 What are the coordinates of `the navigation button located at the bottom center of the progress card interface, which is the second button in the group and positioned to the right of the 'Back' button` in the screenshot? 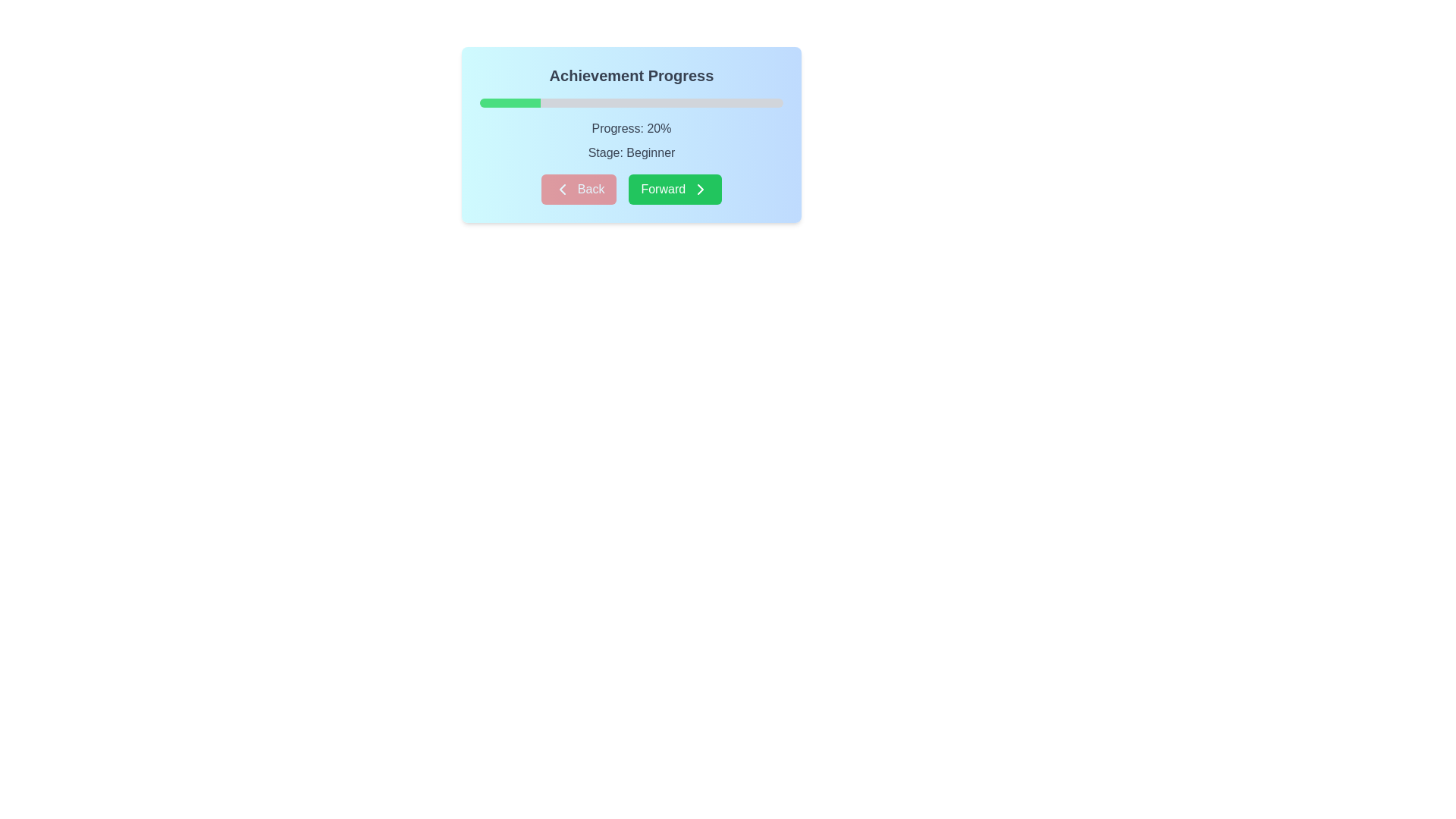 It's located at (674, 189).